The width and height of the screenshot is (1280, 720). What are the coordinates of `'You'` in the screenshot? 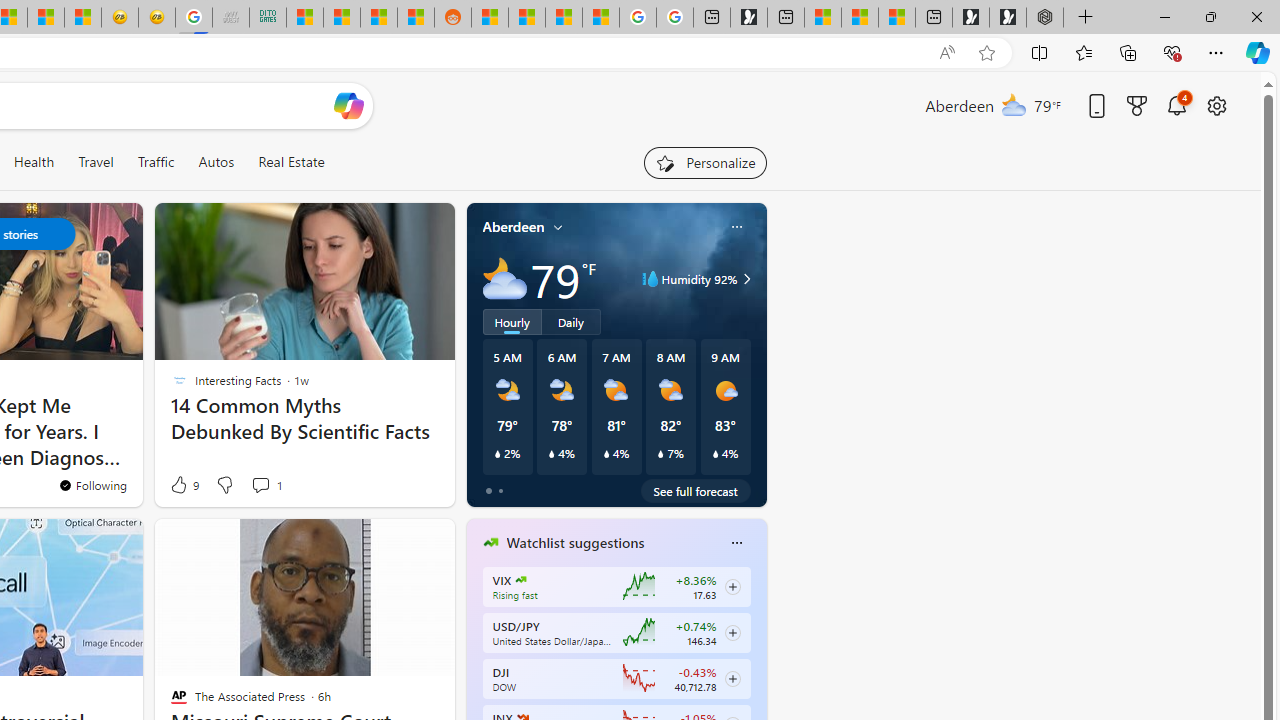 It's located at (91, 485).